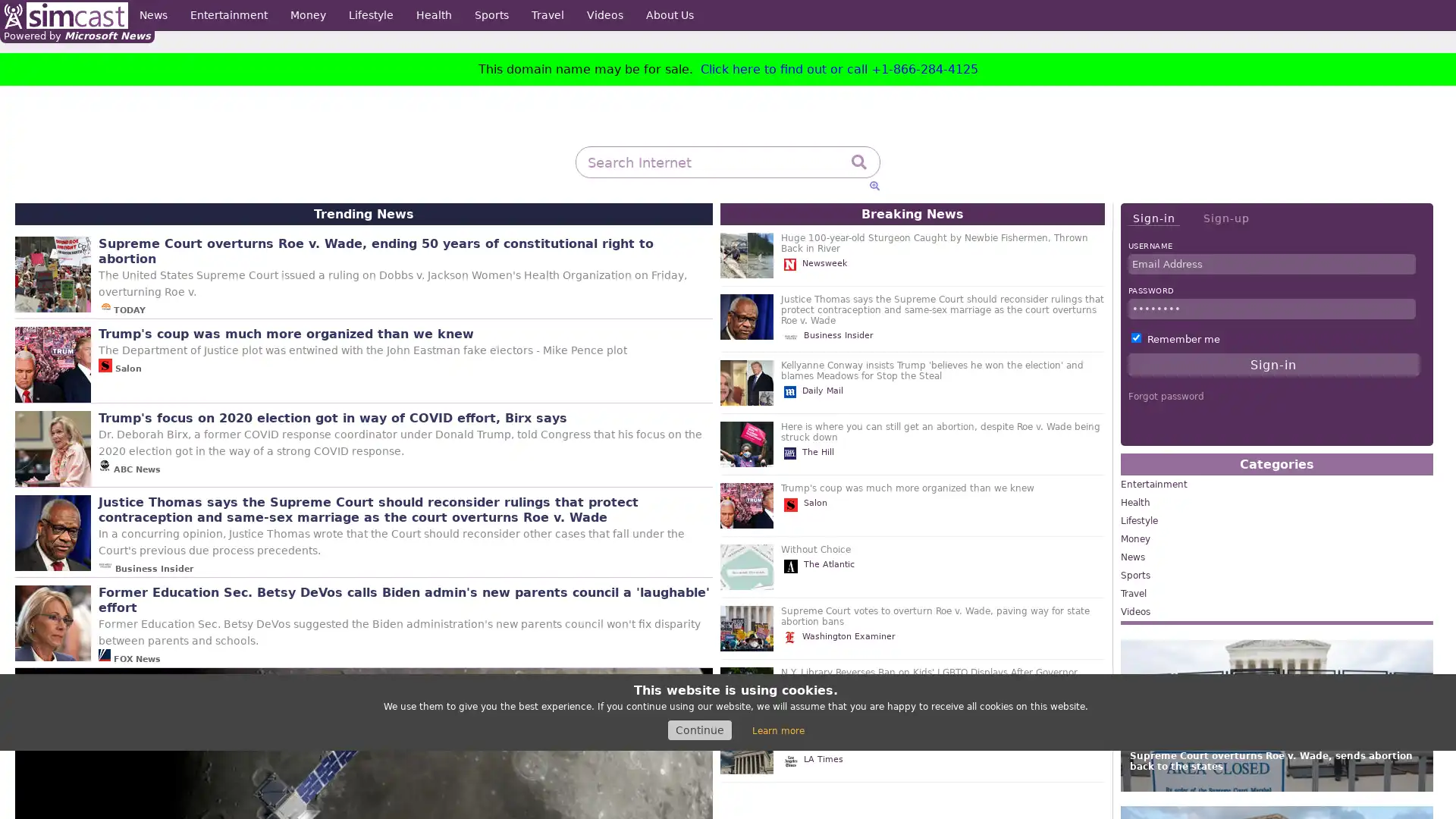 Image resolution: width=1456 pixels, height=819 pixels. Describe the element at coordinates (698, 730) in the screenshot. I see `Continue` at that location.